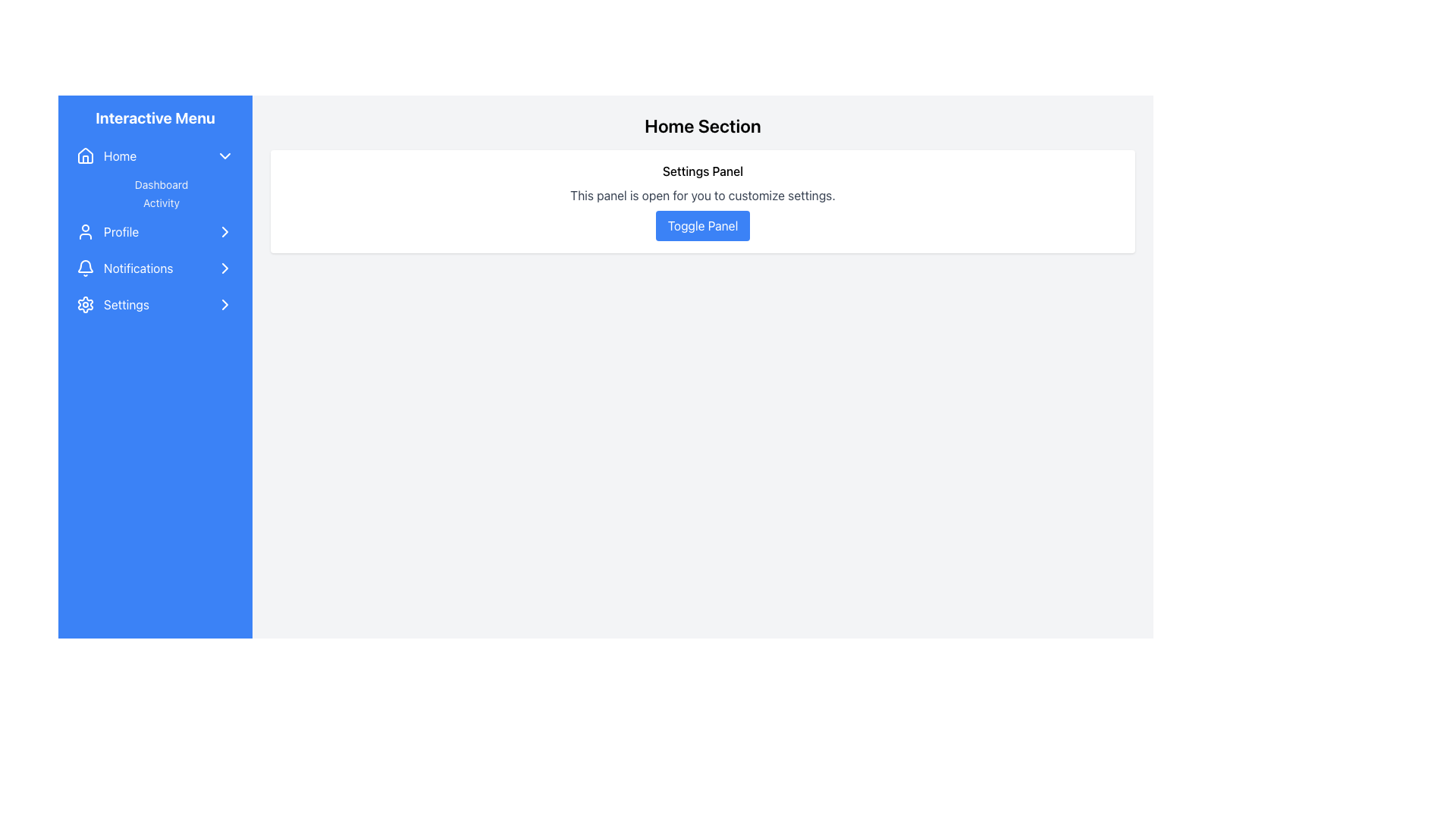  Describe the element at coordinates (85, 265) in the screenshot. I see `the bell icon located in the 'Notifications' menu item, which is situated in the left navigation menu below the 'Profile' section and above the 'Settings' section` at that location.